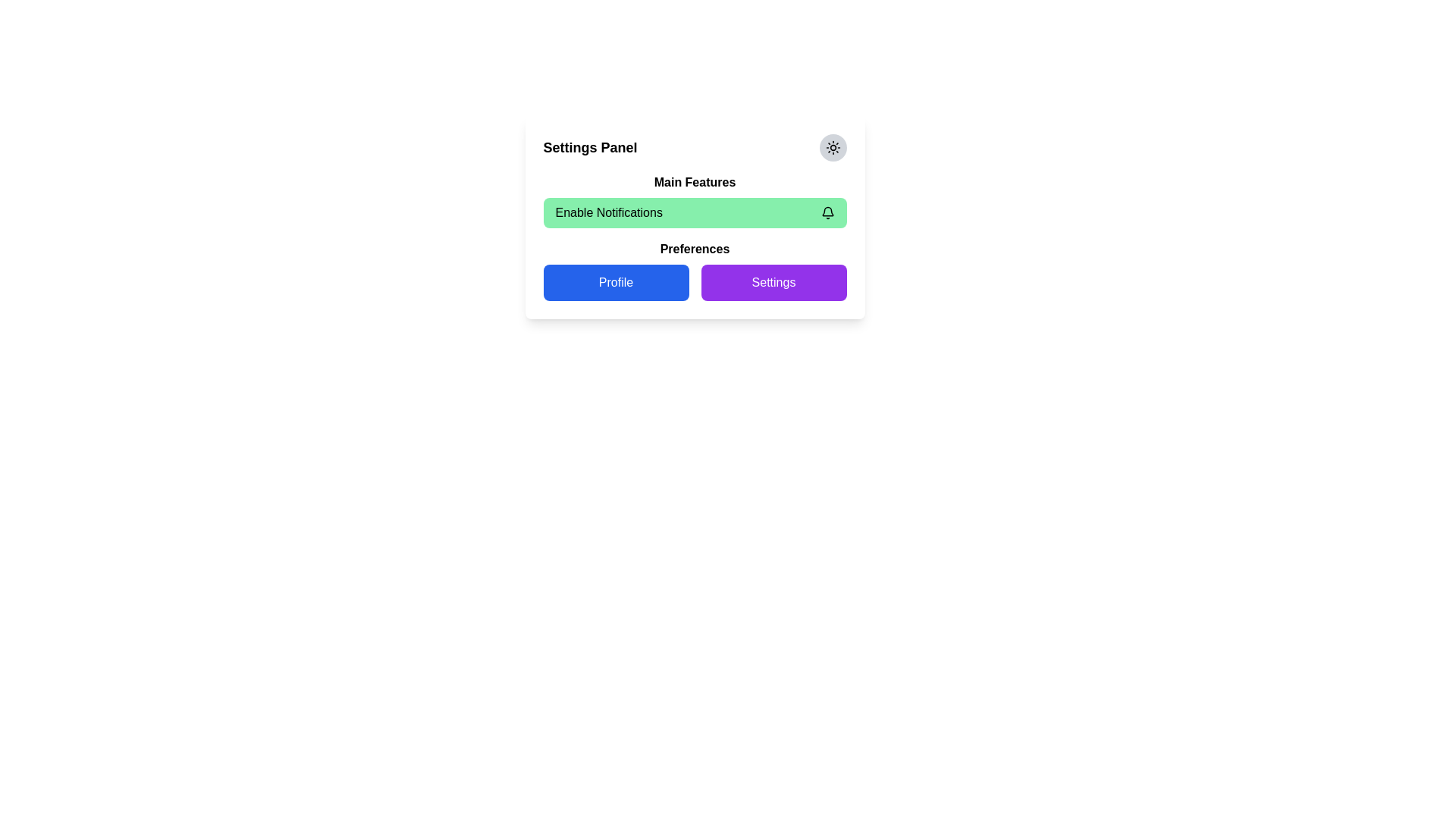  I want to click on bold text element labeled 'Settings Panel' located at the top of the card-like component, so click(589, 148).